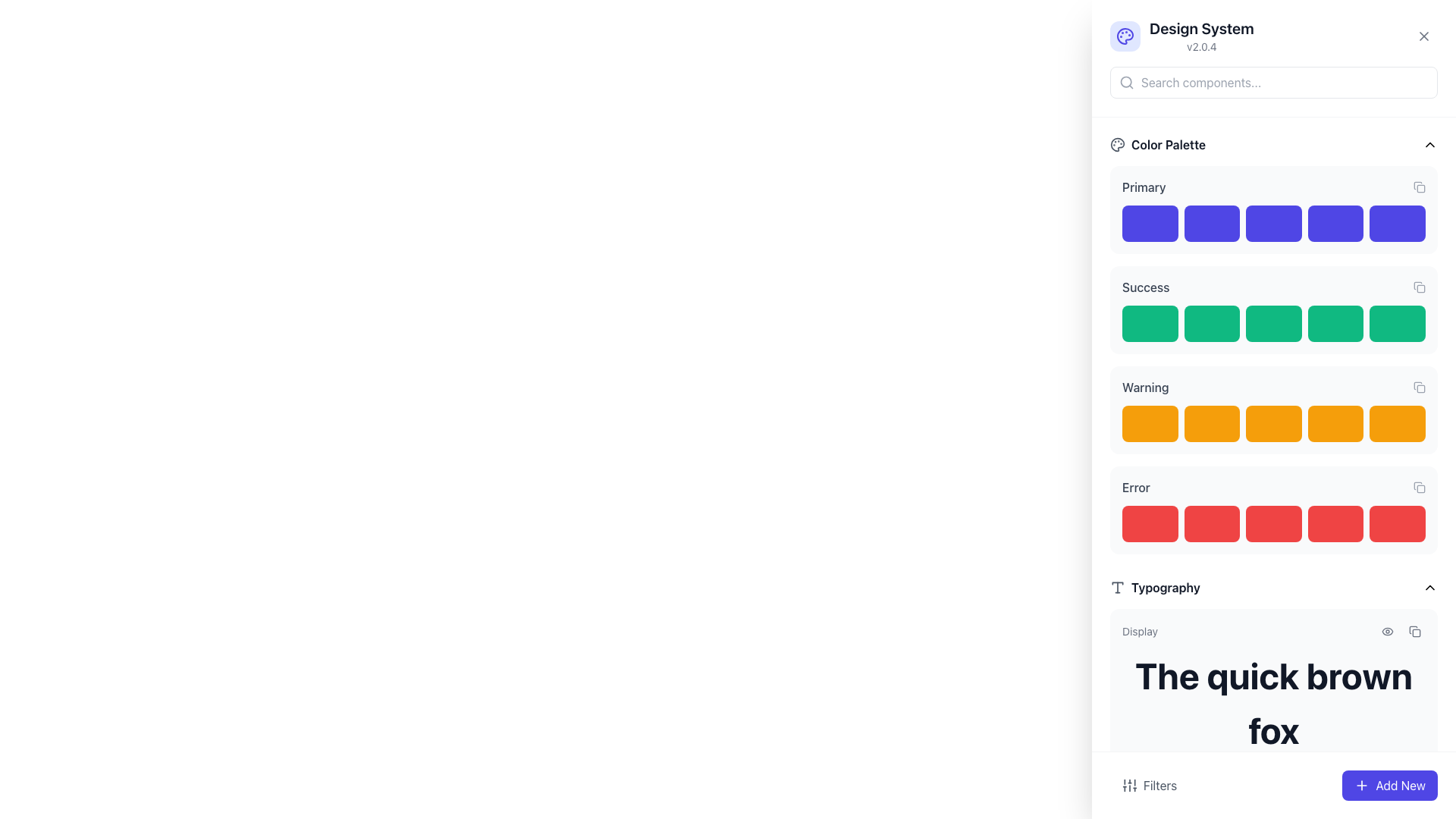 The width and height of the screenshot is (1456, 819). Describe the element at coordinates (1362, 785) in the screenshot. I see `the plus icon located in the bottom-right corner of the interface` at that location.